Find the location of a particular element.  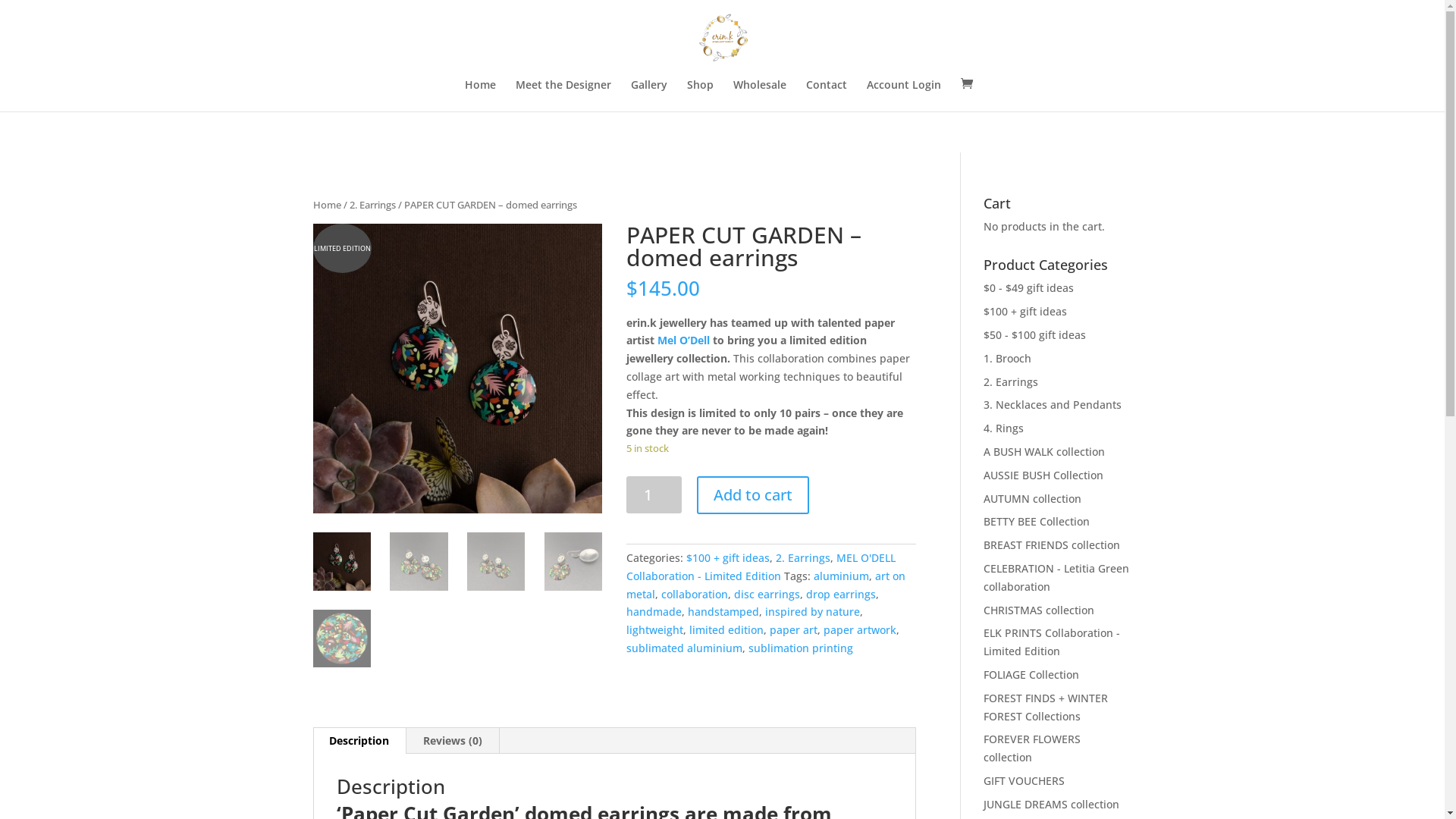

'FOREVER FLOWERS collection' is located at coordinates (1031, 747).